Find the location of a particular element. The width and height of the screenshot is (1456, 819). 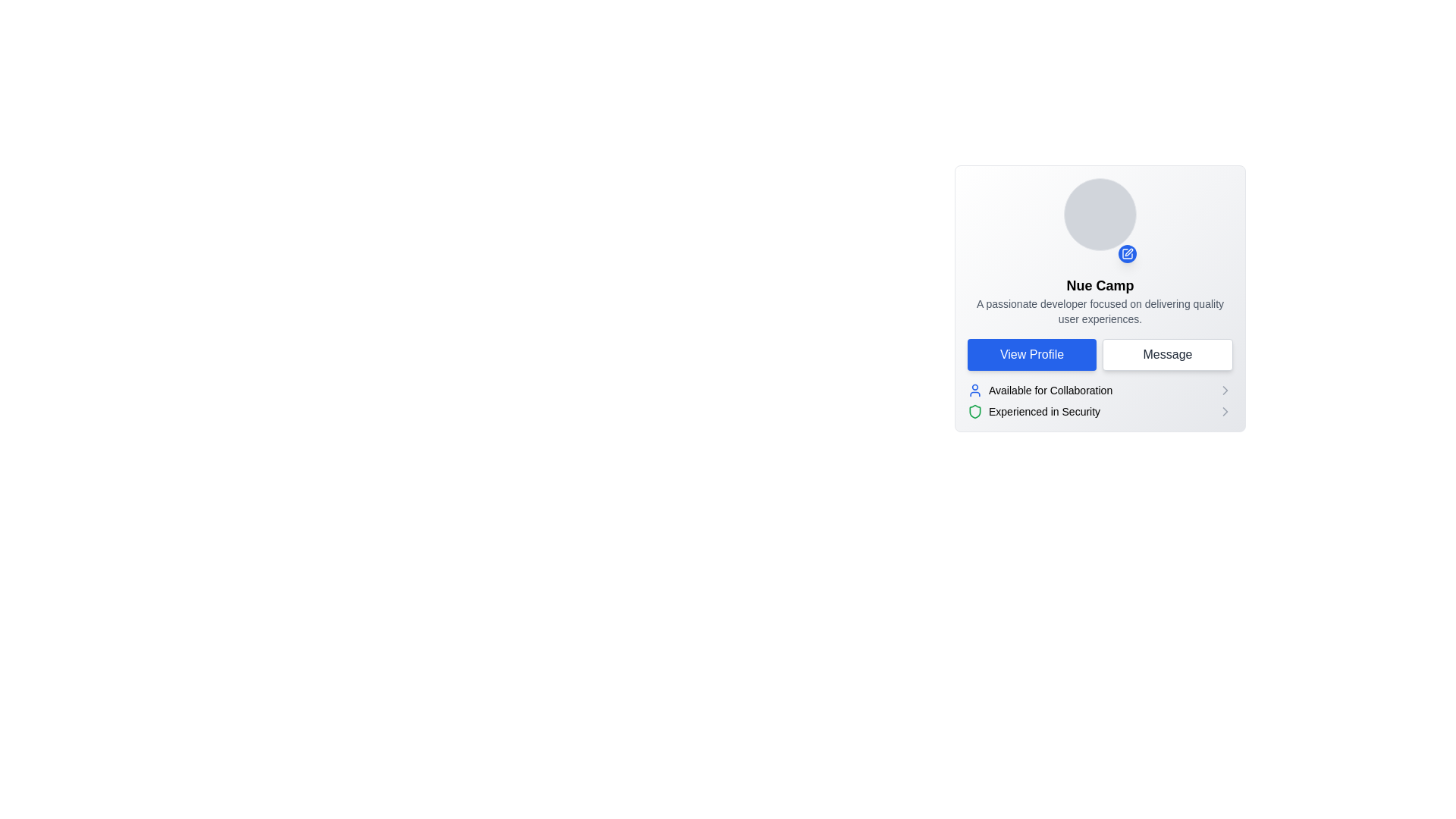

the second informational list item located below the 'Available for Collaboration' row, which likely indicates expertise or traits is located at coordinates (1100, 412).